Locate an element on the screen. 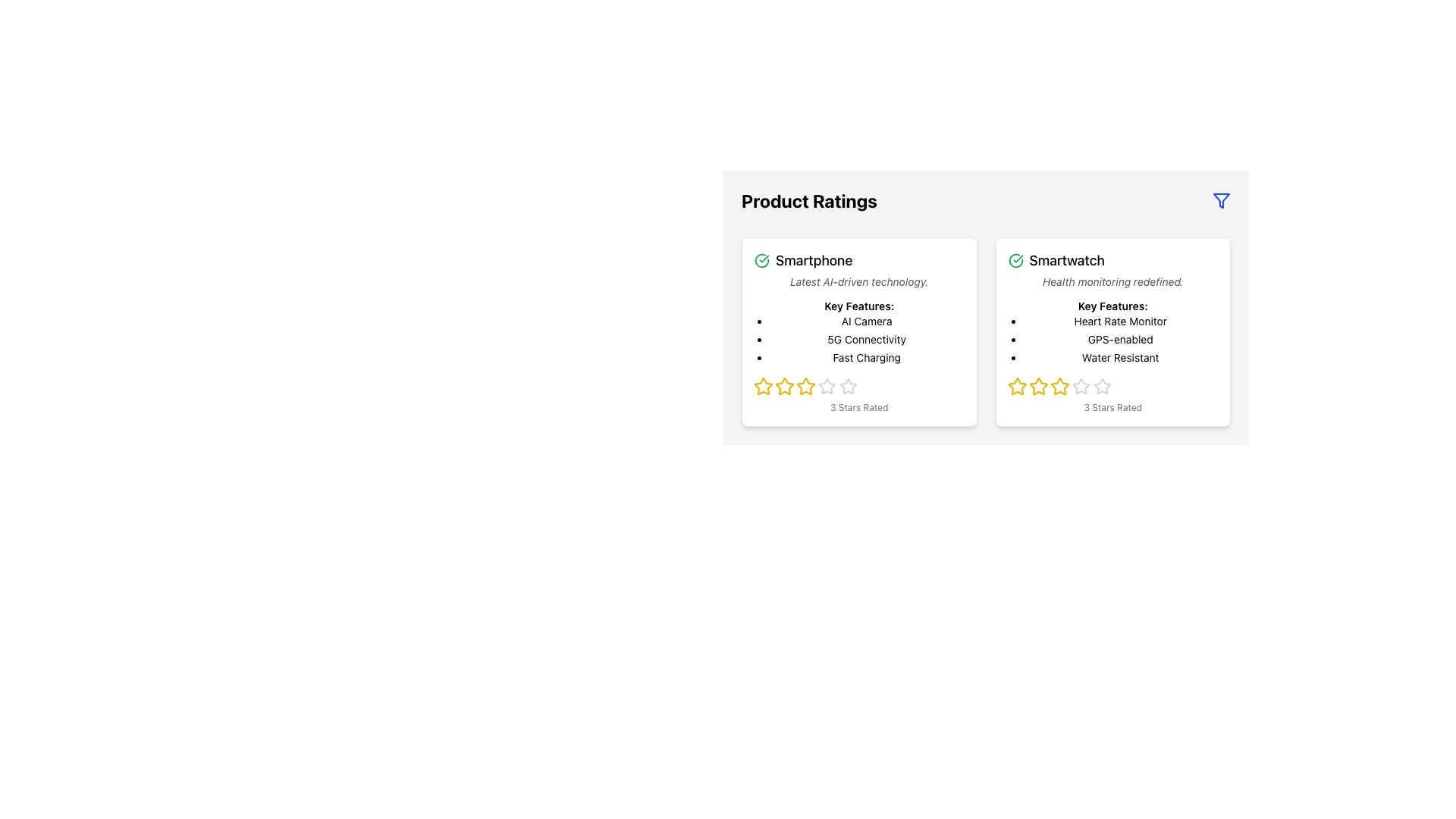  the second star icon in the rating component of the 'Smartwatch' card, located under the 'Product Ratings' header is located at coordinates (1037, 385).